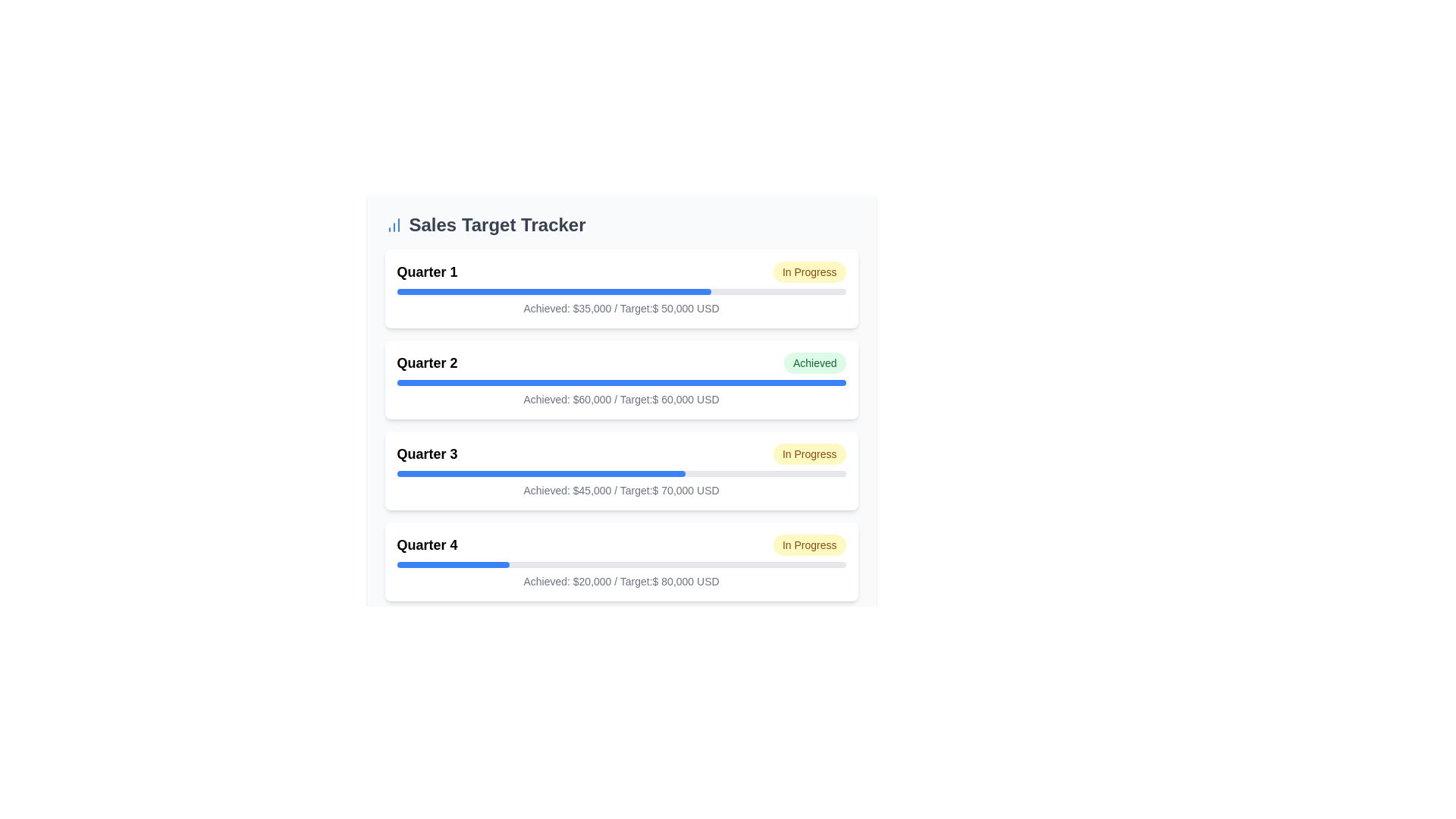 Image resolution: width=1456 pixels, height=819 pixels. What do you see at coordinates (814, 362) in the screenshot?
I see `the Status label indicating the achievement of the target for Quarter 2, which is non-interactive and serves as an informational display` at bounding box center [814, 362].